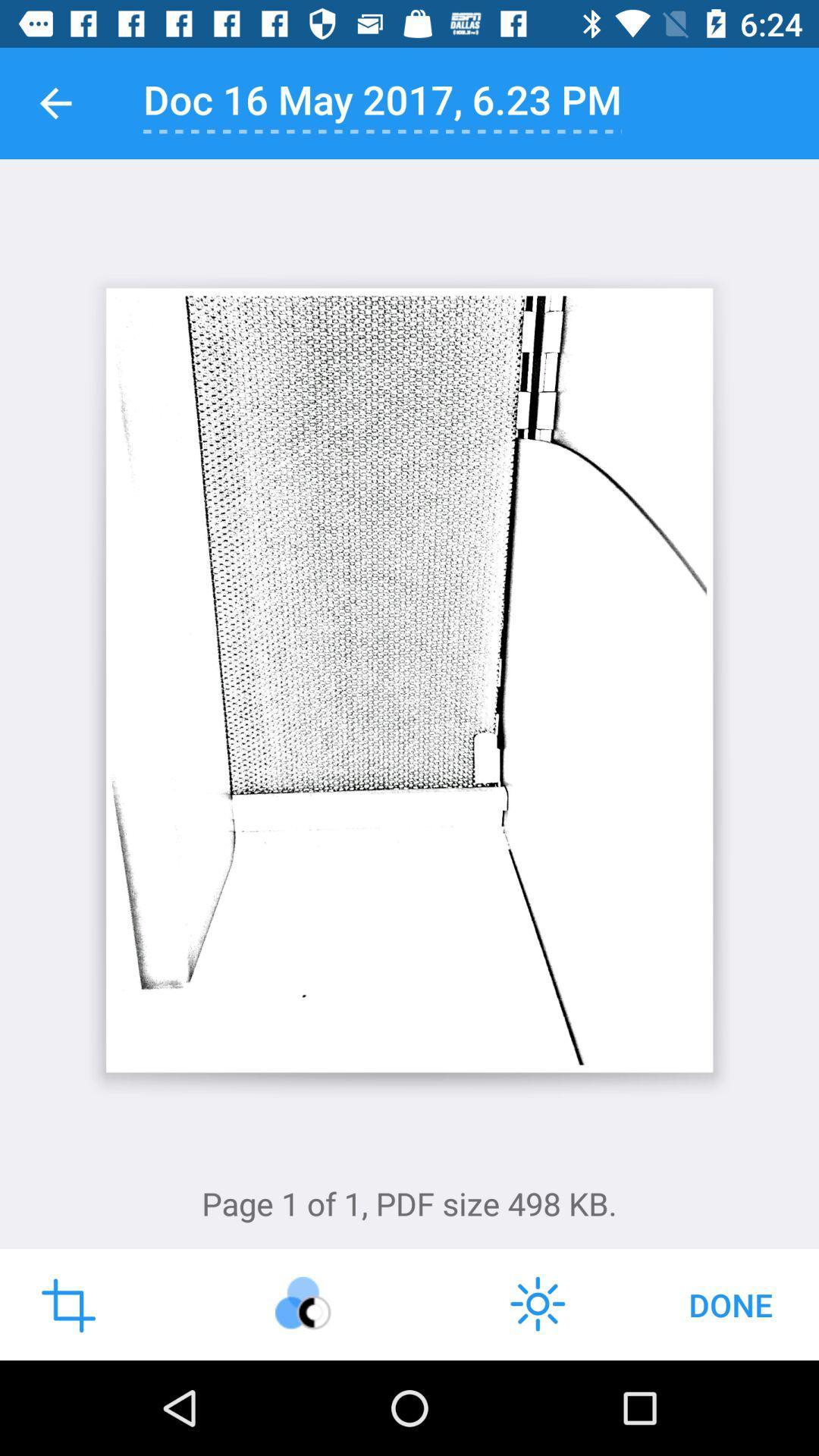 The height and width of the screenshot is (1456, 819). I want to click on the weather icon, so click(538, 1304).